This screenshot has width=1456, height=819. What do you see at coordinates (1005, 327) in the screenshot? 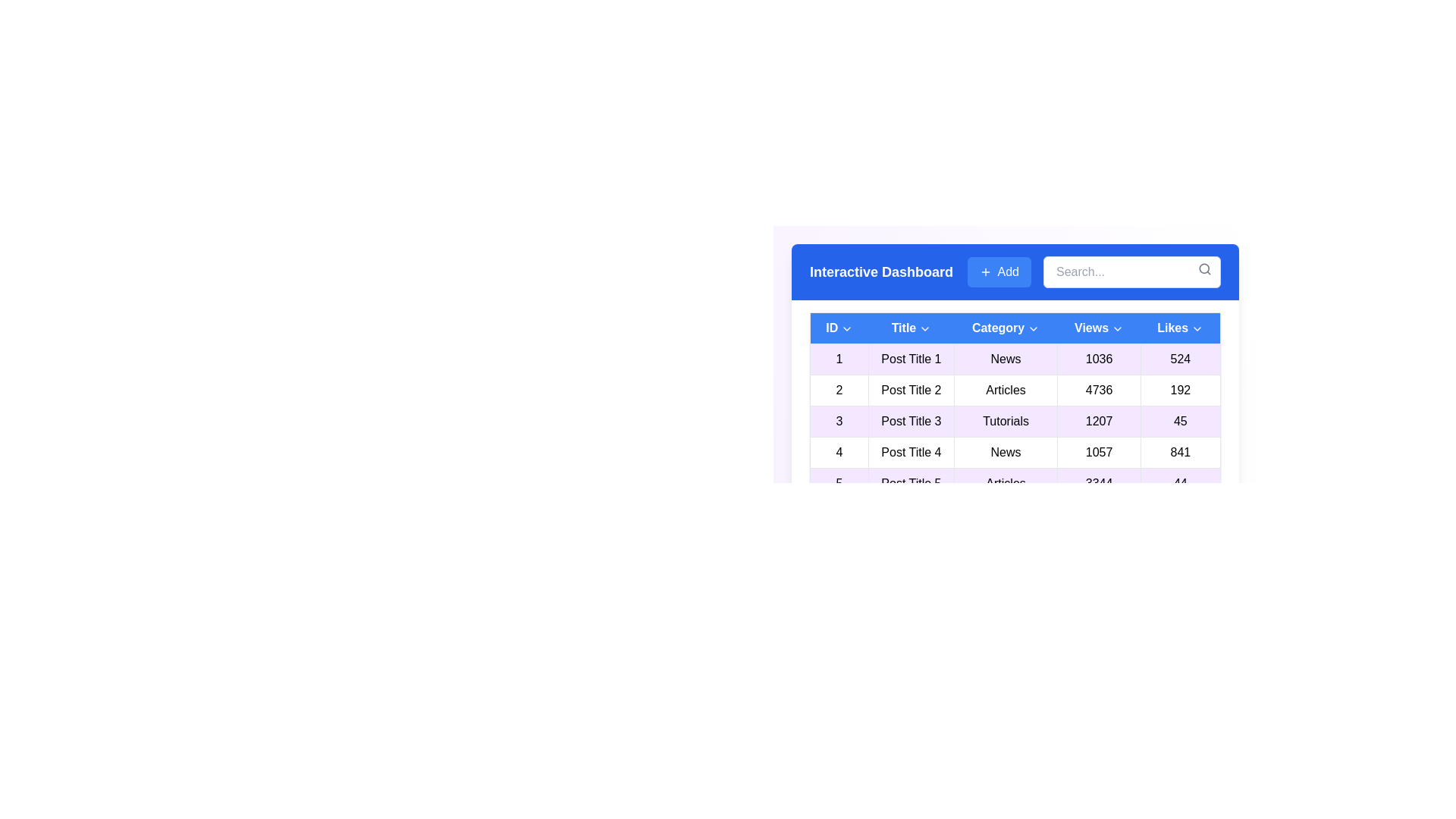
I see `the column header to sort by Category` at bounding box center [1005, 327].